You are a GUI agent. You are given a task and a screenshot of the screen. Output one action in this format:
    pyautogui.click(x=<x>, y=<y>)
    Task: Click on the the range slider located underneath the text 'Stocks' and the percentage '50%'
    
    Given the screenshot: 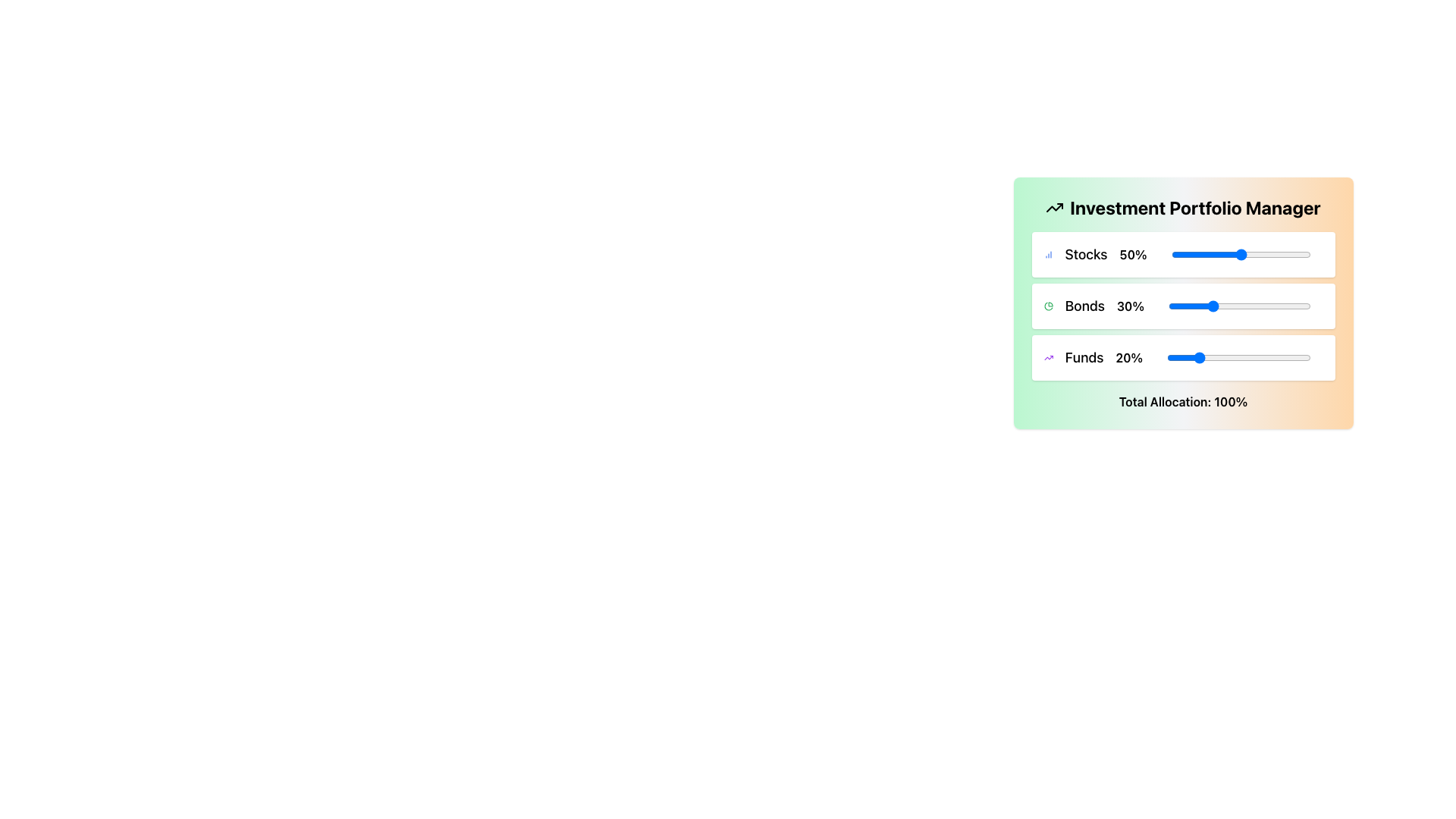 What is the action you would take?
    pyautogui.click(x=1241, y=253)
    